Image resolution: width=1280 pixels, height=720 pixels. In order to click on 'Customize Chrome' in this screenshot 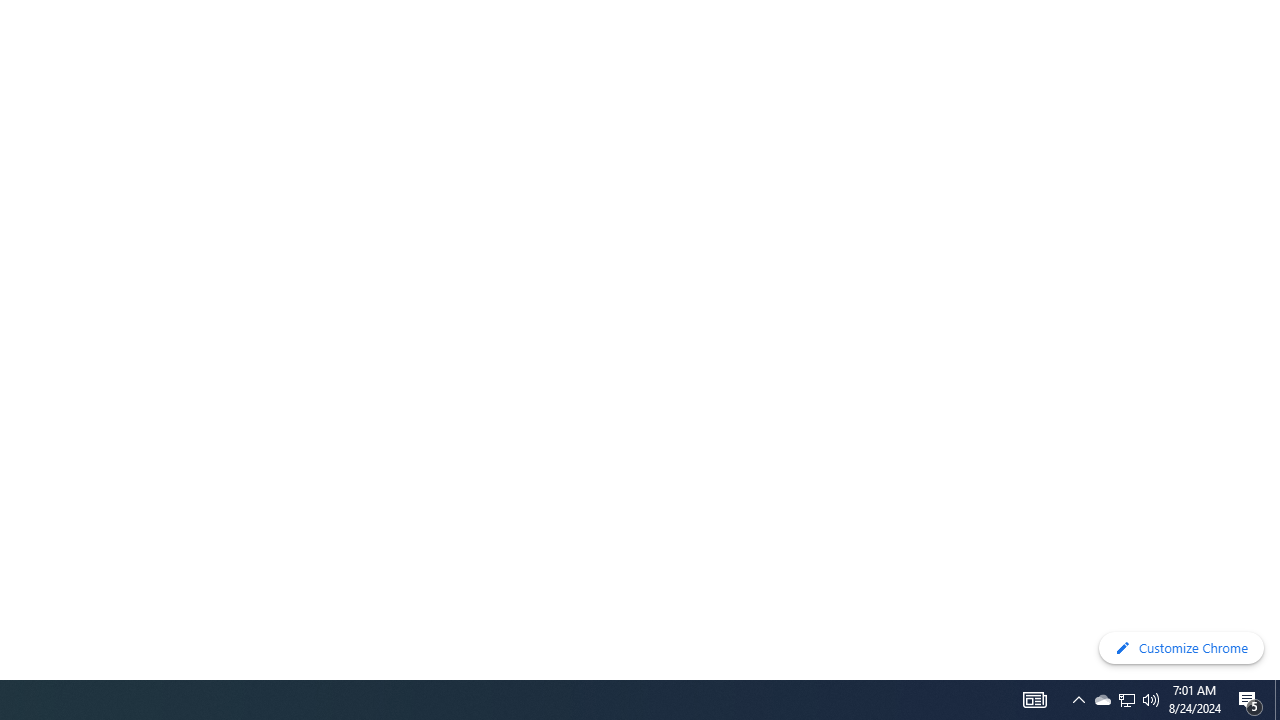, I will do `click(1181, 648)`.